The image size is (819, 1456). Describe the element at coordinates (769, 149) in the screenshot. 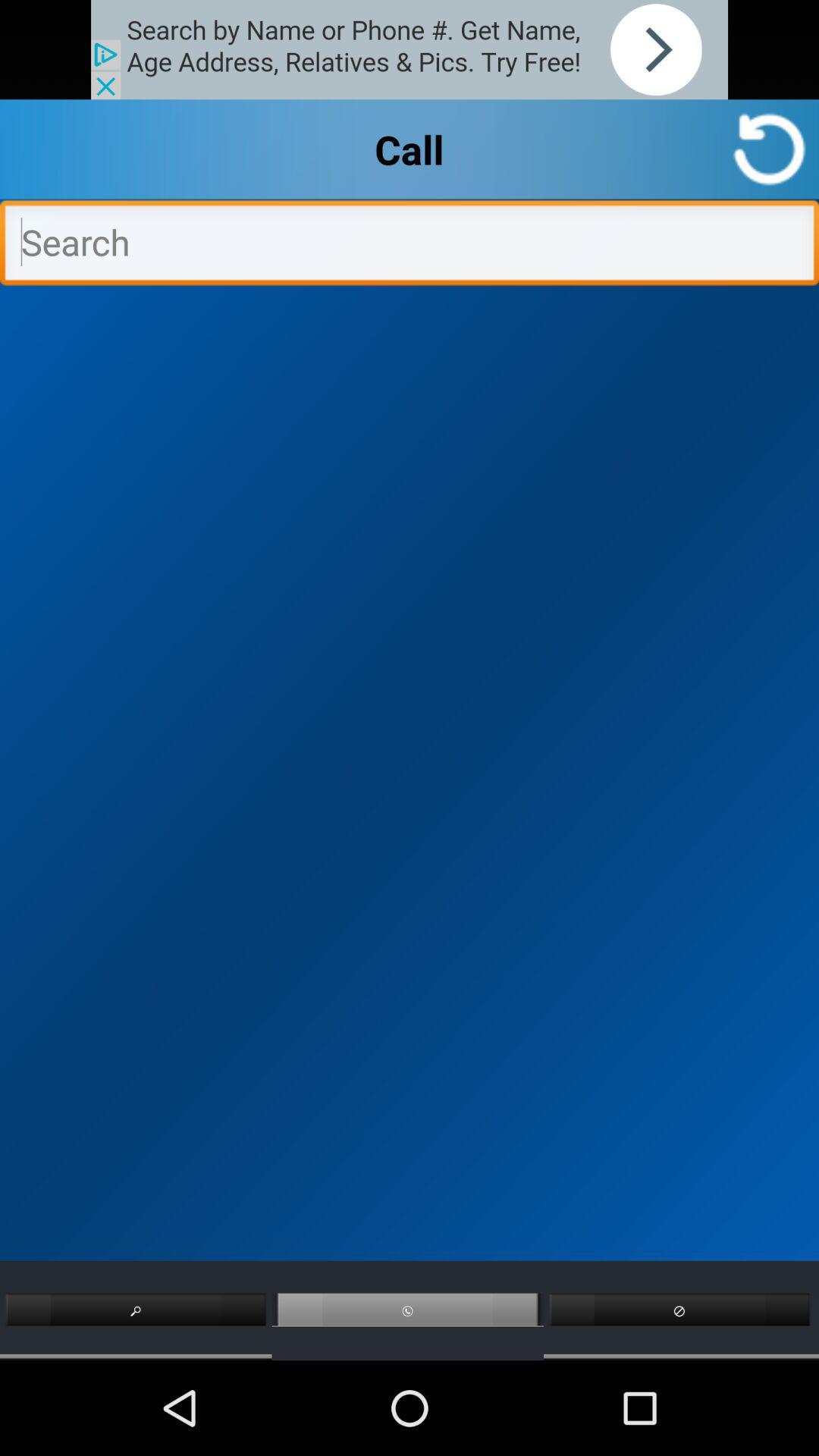

I see `reload button` at that location.